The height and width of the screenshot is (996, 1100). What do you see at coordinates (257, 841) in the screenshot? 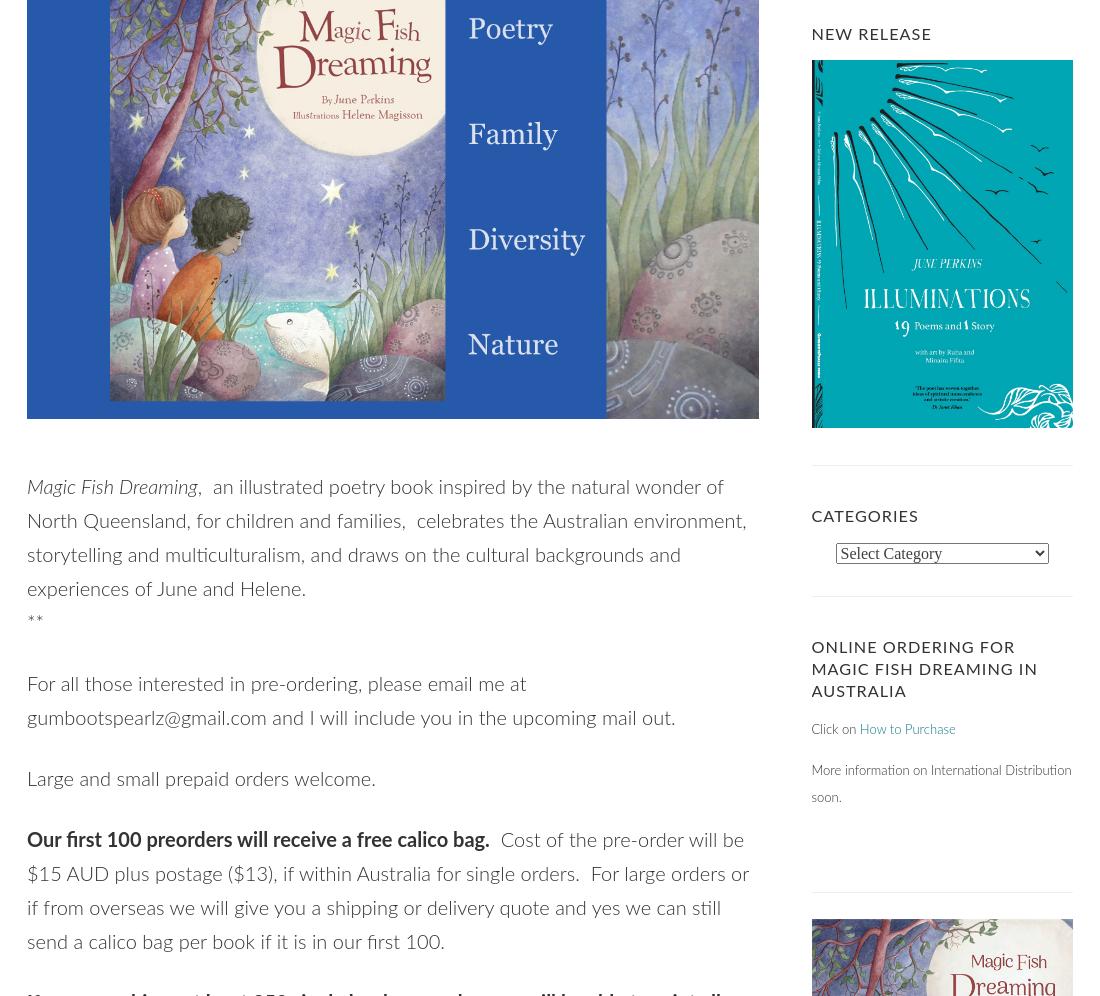
I see `'Our first 100 preorders will receive a free calico bag.'` at bounding box center [257, 841].